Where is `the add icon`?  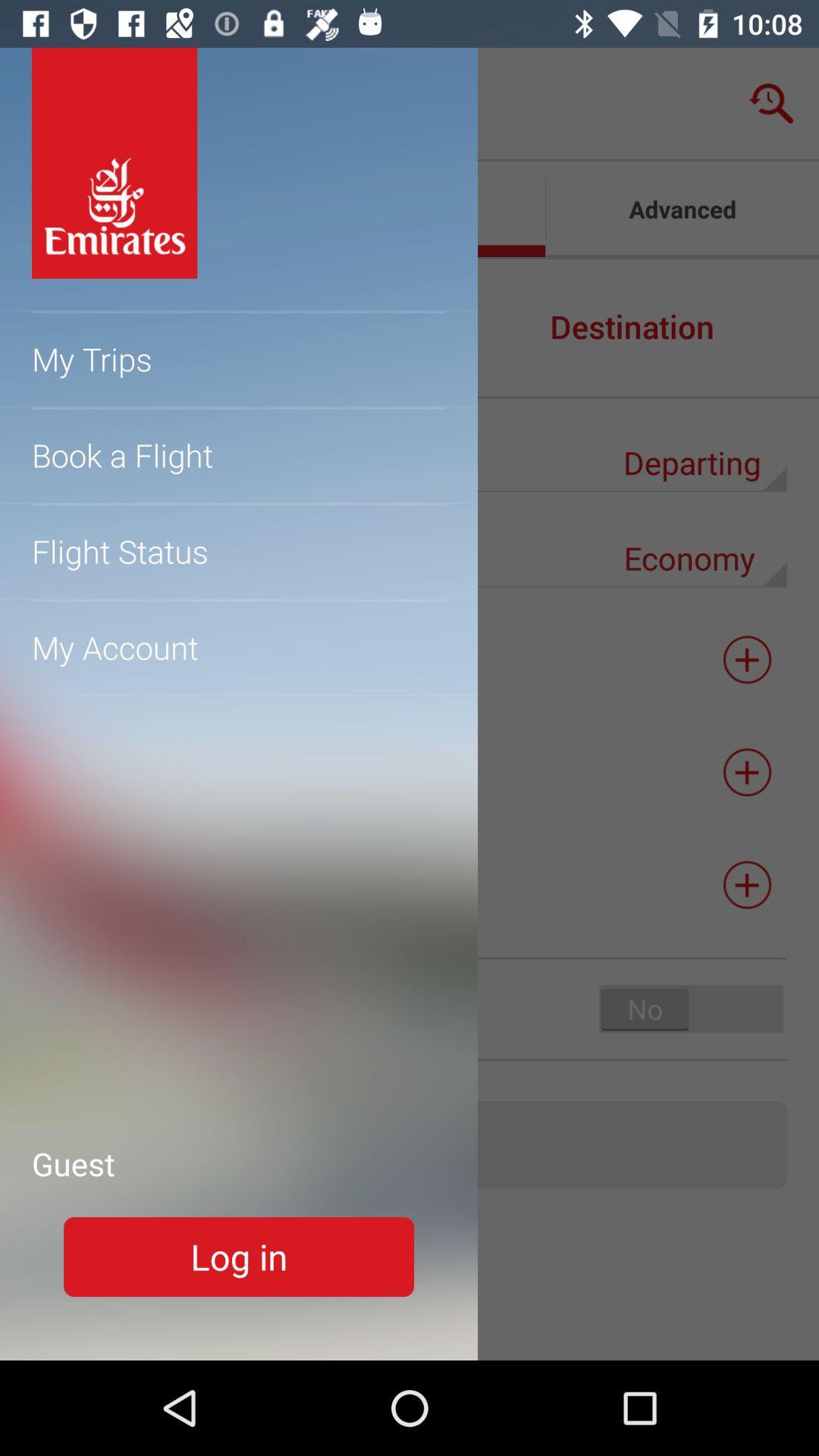
the add icon is located at coordinates (746, 884).